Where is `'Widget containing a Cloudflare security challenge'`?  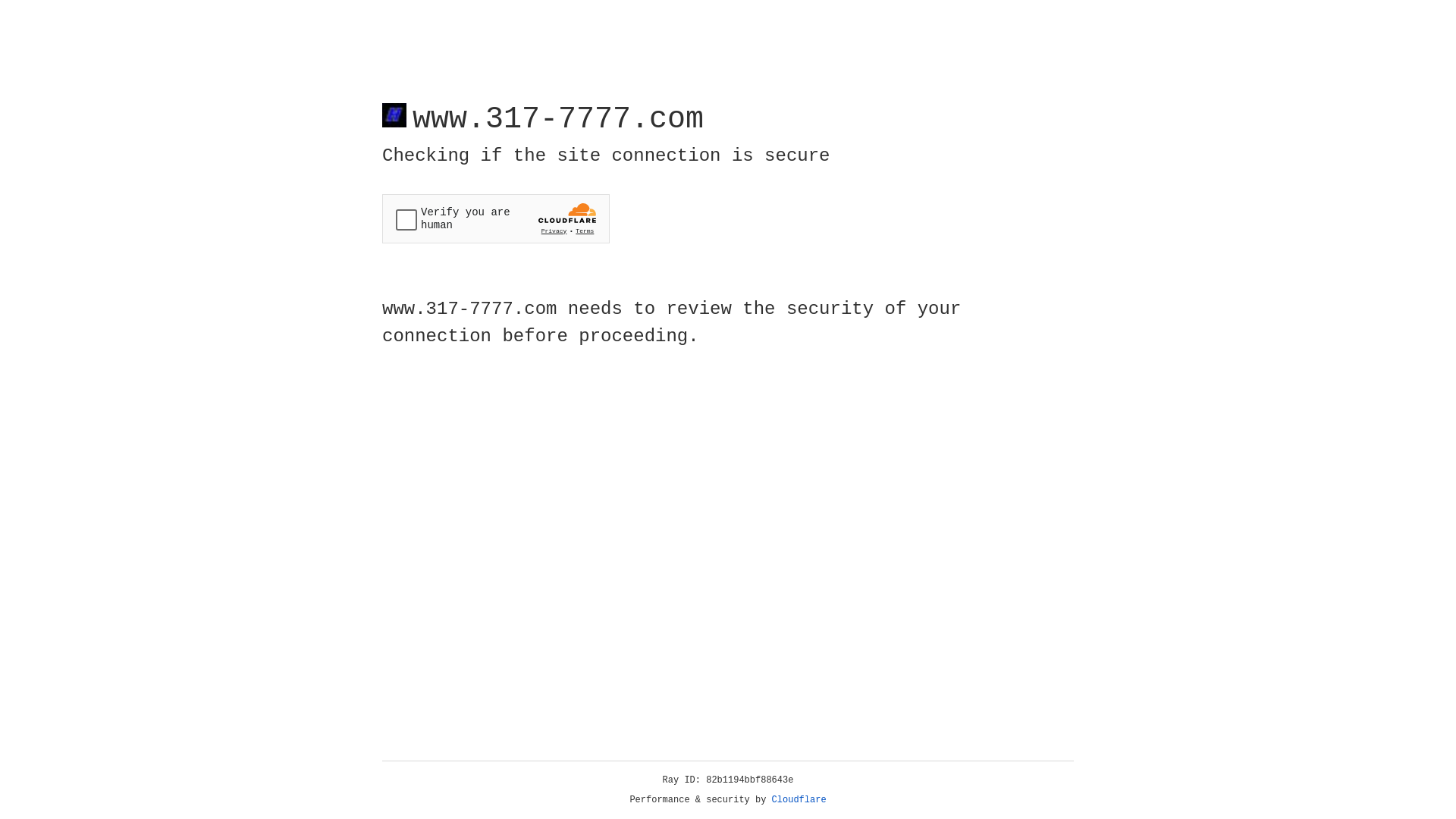 'Widget containing a Cloudflare security challenge' is located at coordinates (495, 218).